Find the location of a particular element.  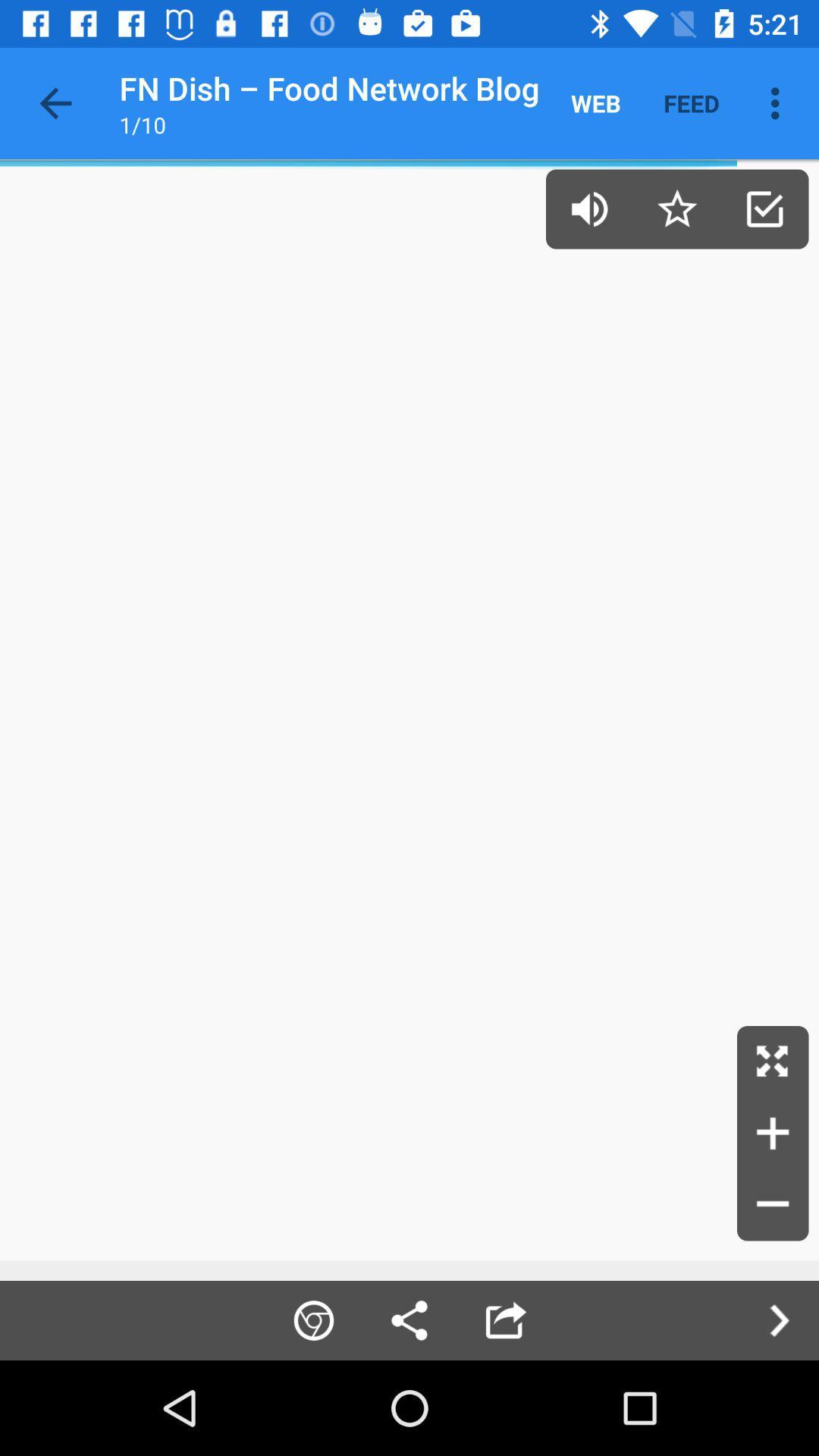

zoom out the page is located at coordinates (773, 1204).